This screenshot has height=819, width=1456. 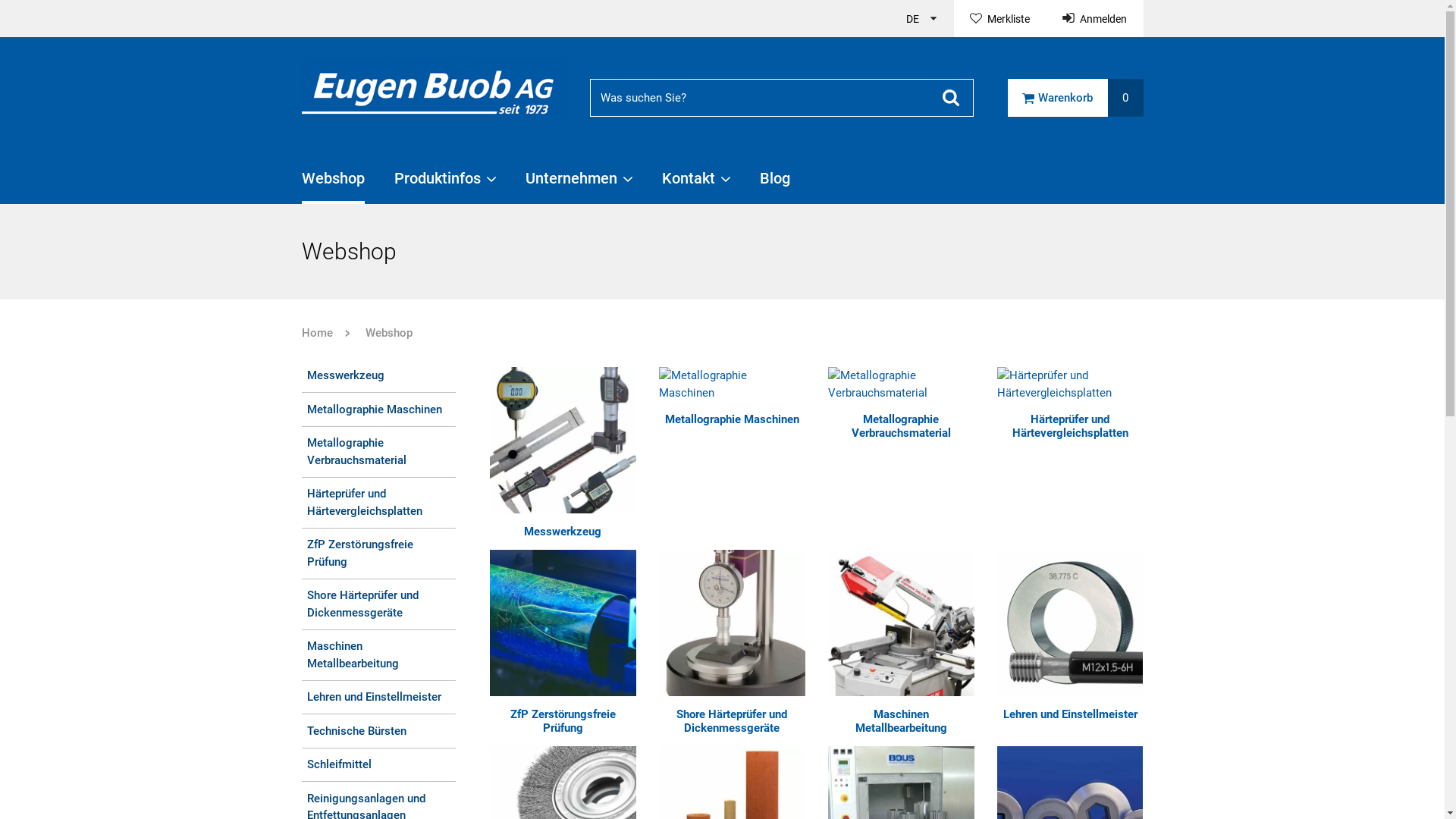 I want to click on 'Kontakt', so click(x=694, y=184).